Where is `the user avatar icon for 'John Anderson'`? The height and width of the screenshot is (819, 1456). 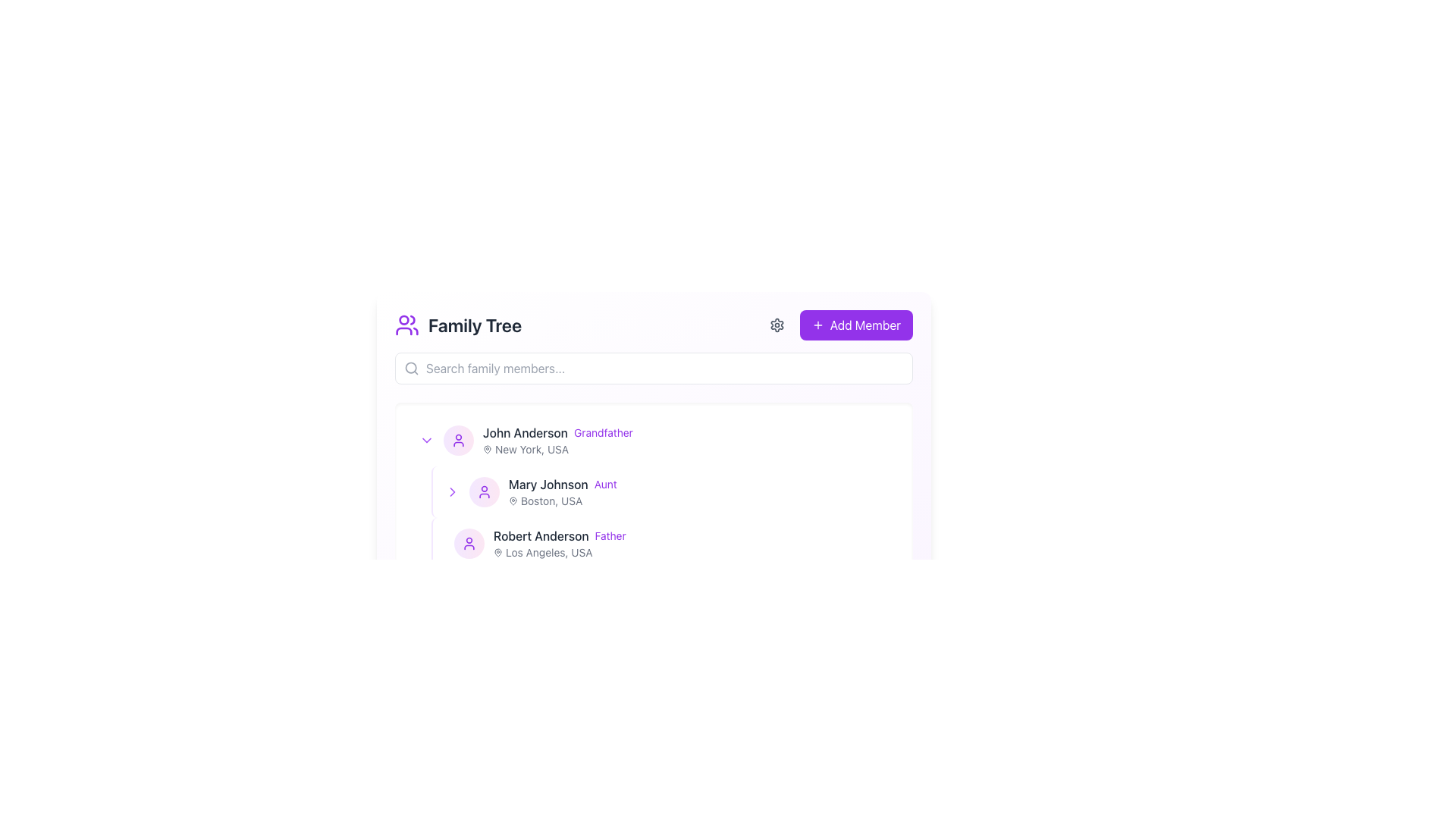 the user avatar icon for 'John Anderson' is located at coordinates (457, 441).